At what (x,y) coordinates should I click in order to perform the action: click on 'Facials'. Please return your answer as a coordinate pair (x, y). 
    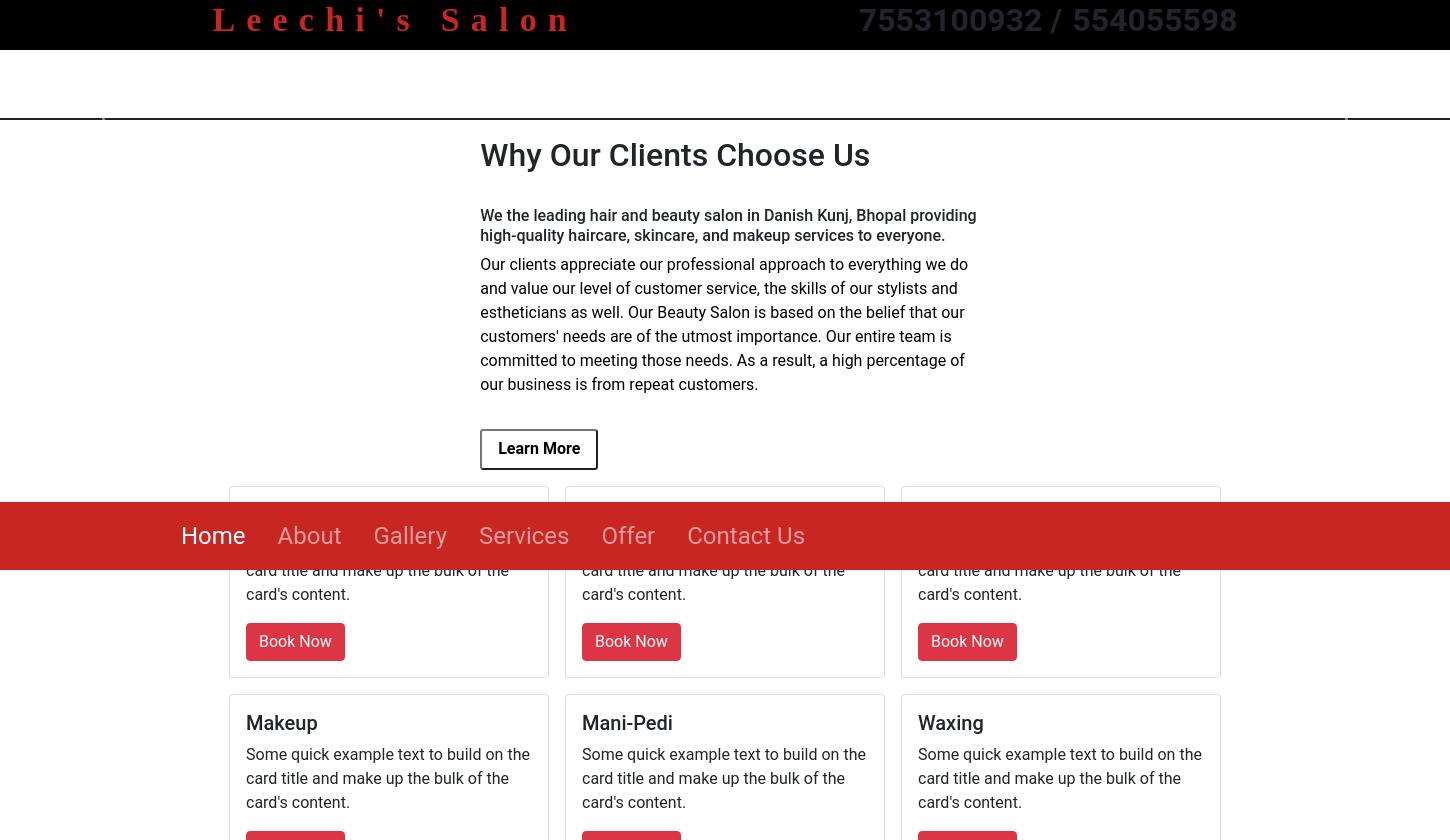
    Looking at the image, I should click on (948, 12).